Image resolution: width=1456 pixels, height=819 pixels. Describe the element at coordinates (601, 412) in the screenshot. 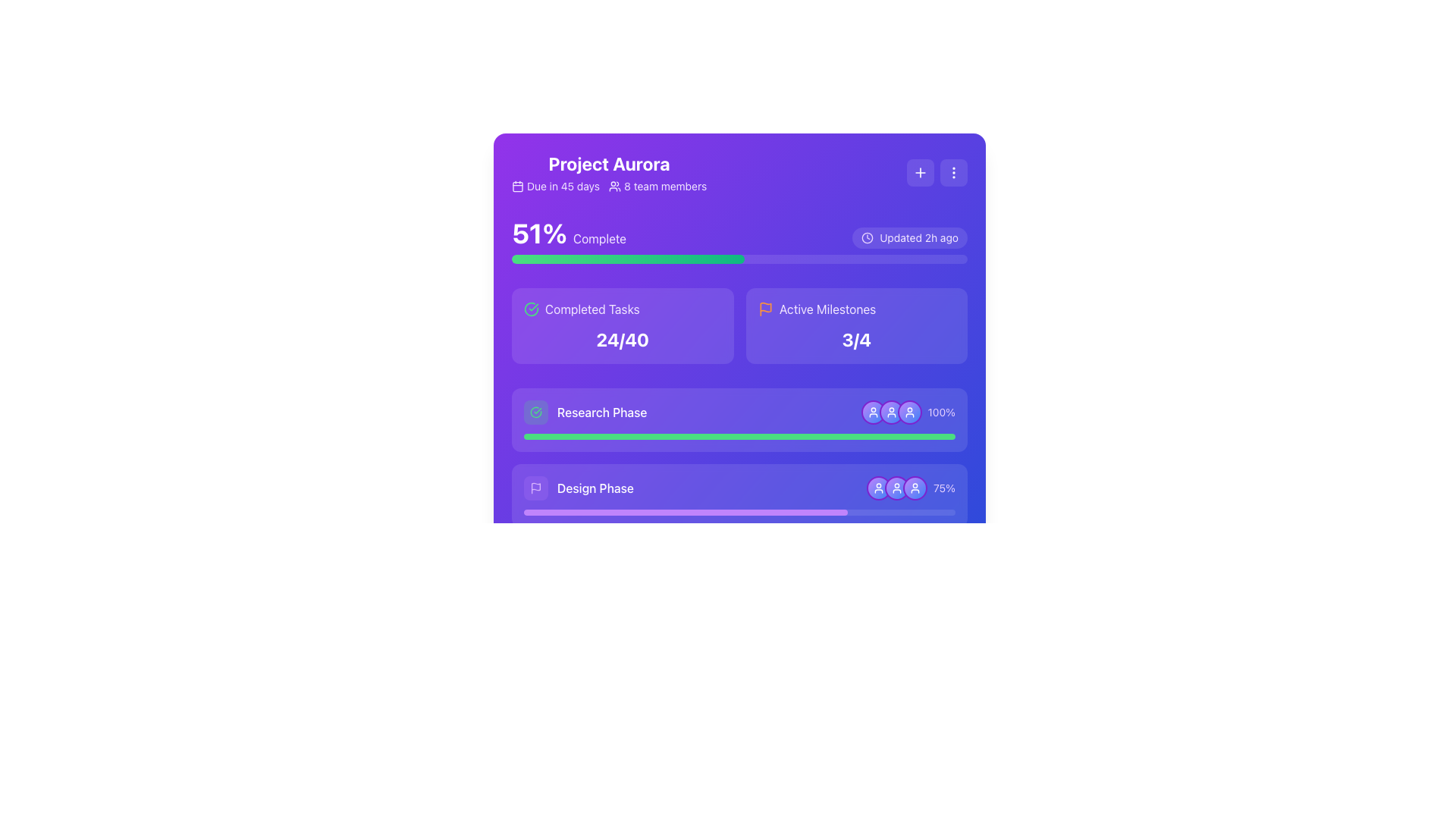

I see `the 'Research Phase' text label element which has a medium font weight, white color, and is set against a purple background, indicating its position above a progress bar in the stacked list of phases` at that location.